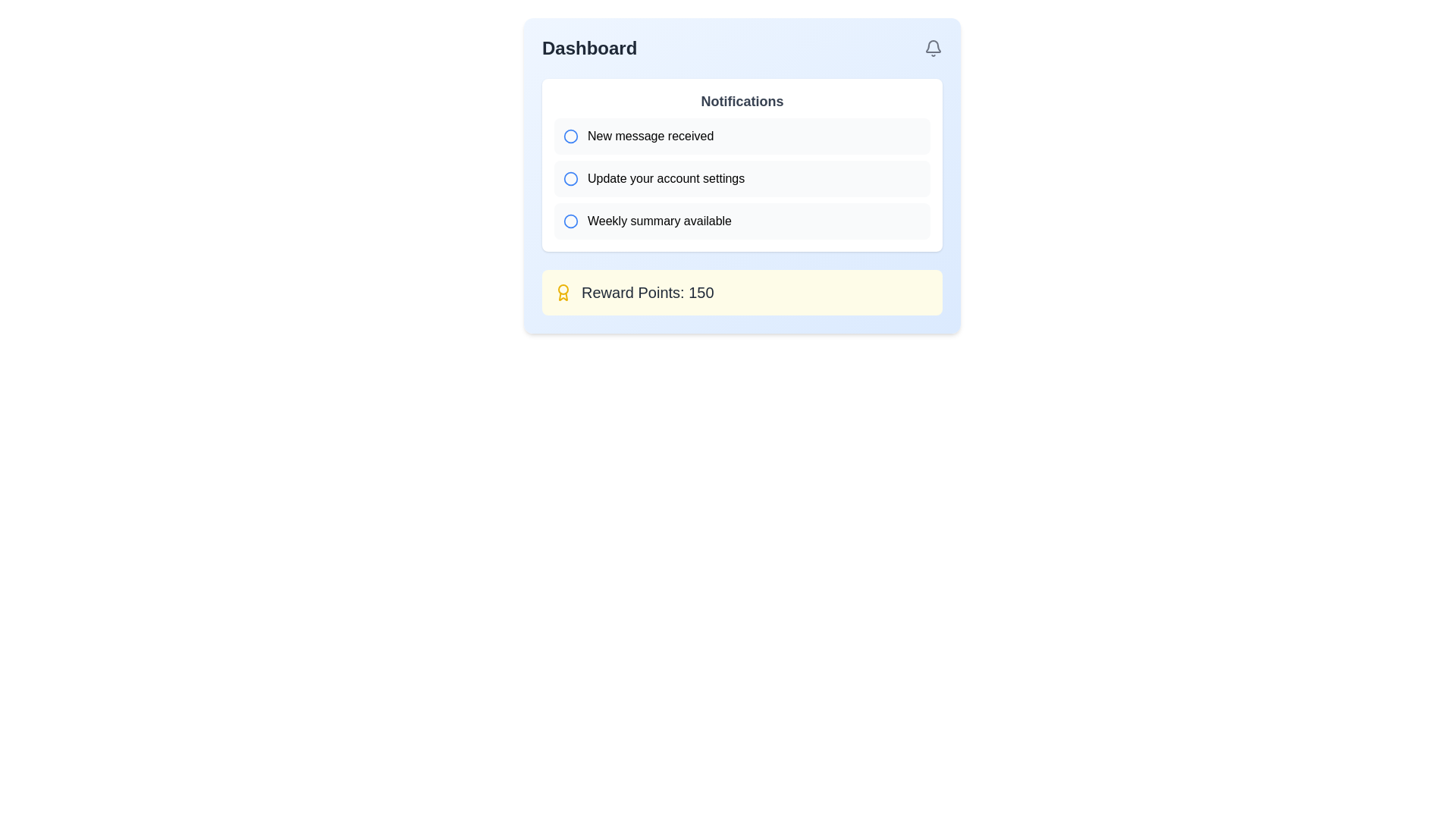 The height and width of the screenshot is (819, 1456). What do you see at coordinates (742, 165) in the screenshot?
I see `an individual notification within the vertically stacked notification panel labeled 'Notifications'` at bounding box center [742, 165].